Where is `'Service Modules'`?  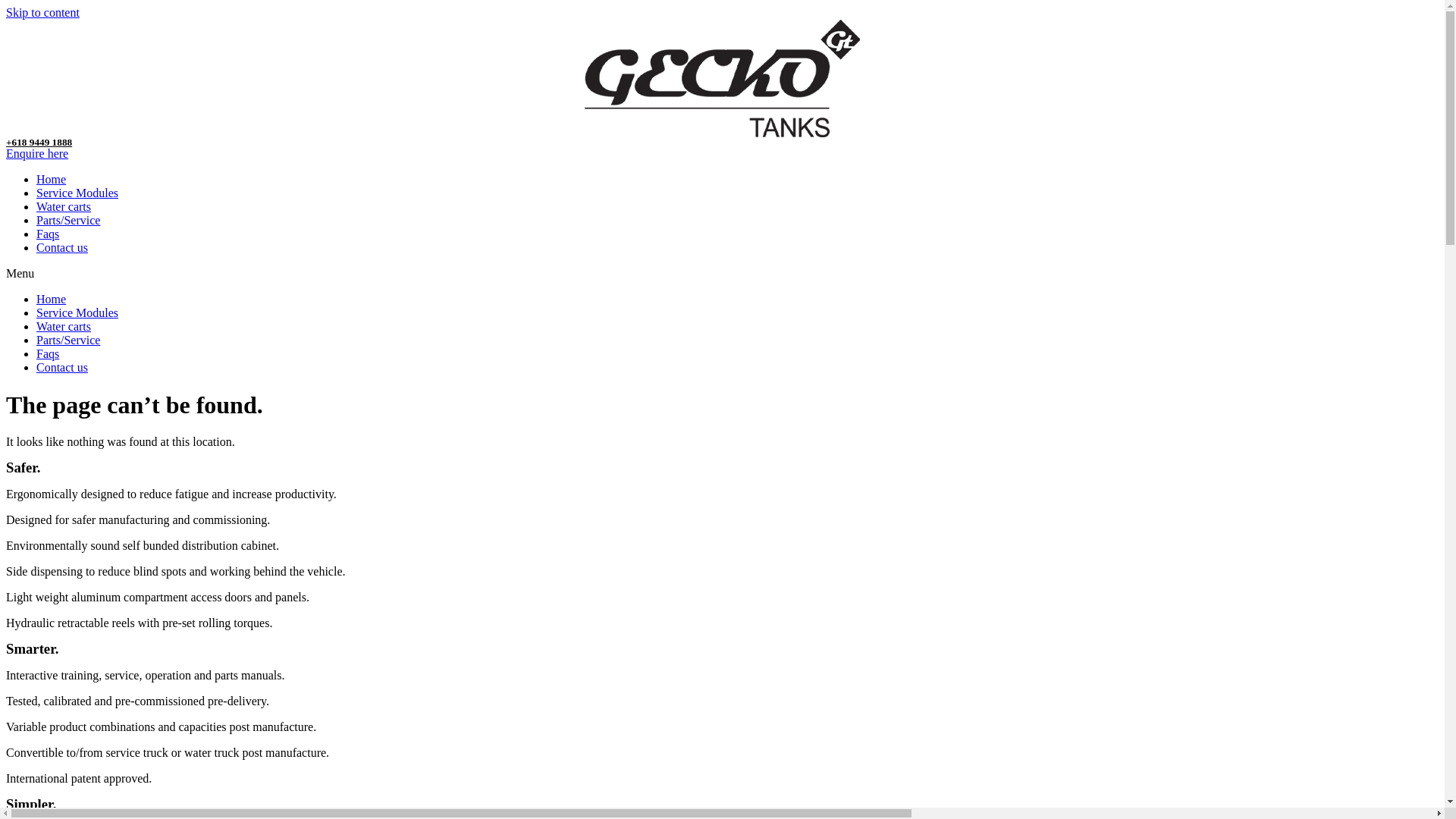 'Service Modules' is located at coordinates (76, 312).